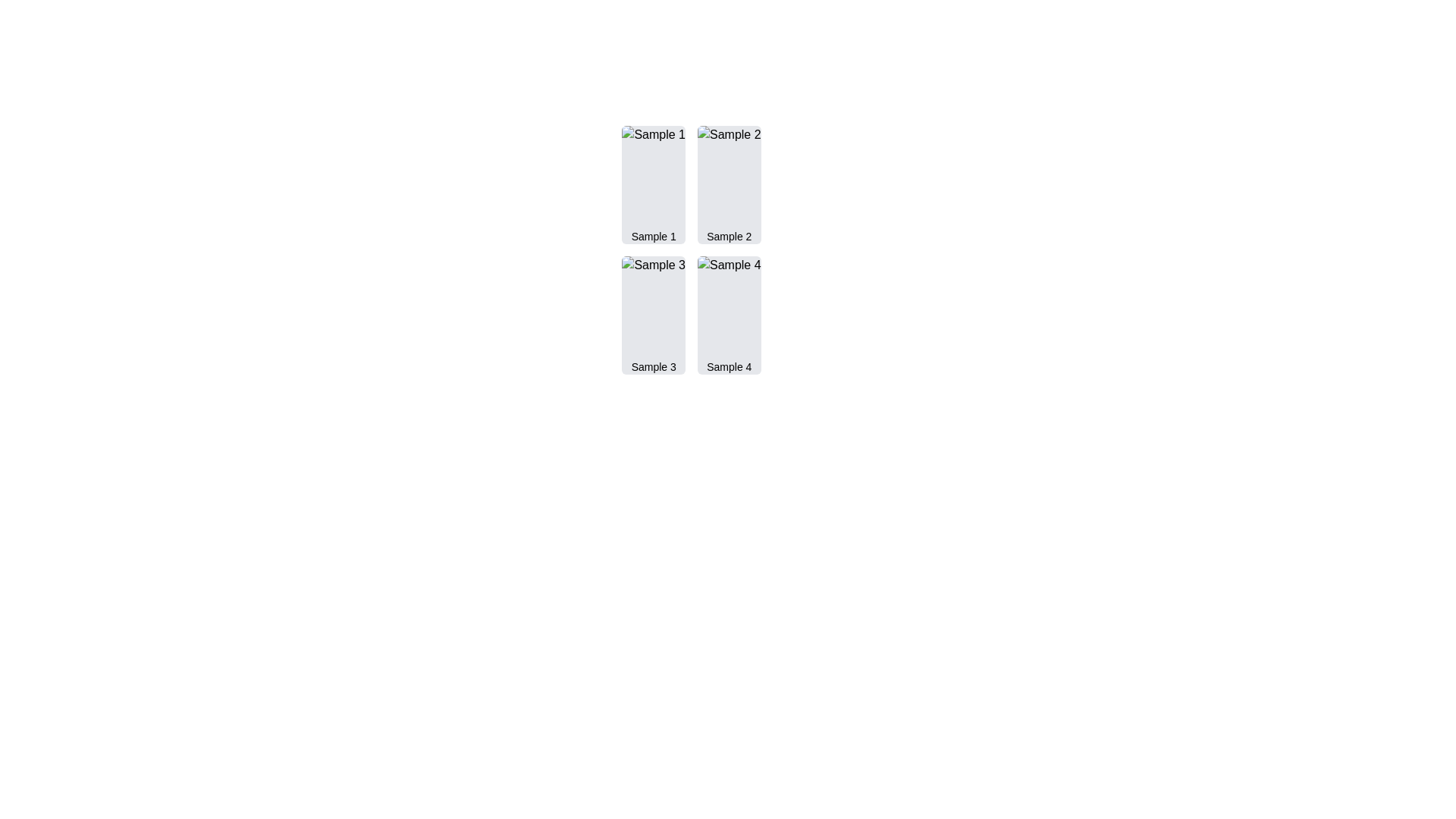 The image size is (1456, 819). Describe the element at coordinates (729, 366) in the screenshot. I see `the text element labeled 'Sample 4', which is styled in a smaller font and located in the bottom right grid cell of a 2x2 layout` at that location.